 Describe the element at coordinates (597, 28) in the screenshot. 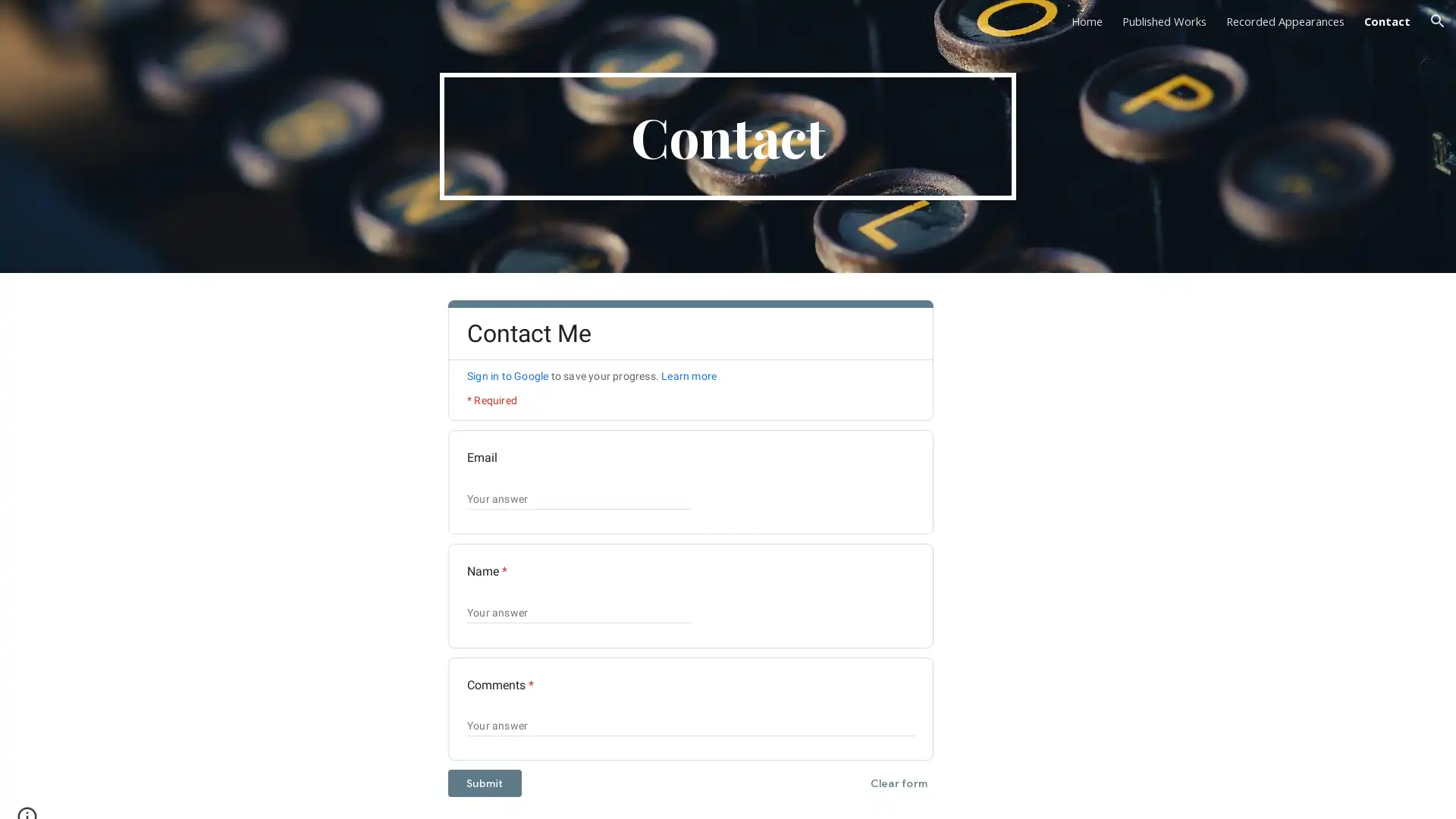

I see `Skip to main content` at that location.